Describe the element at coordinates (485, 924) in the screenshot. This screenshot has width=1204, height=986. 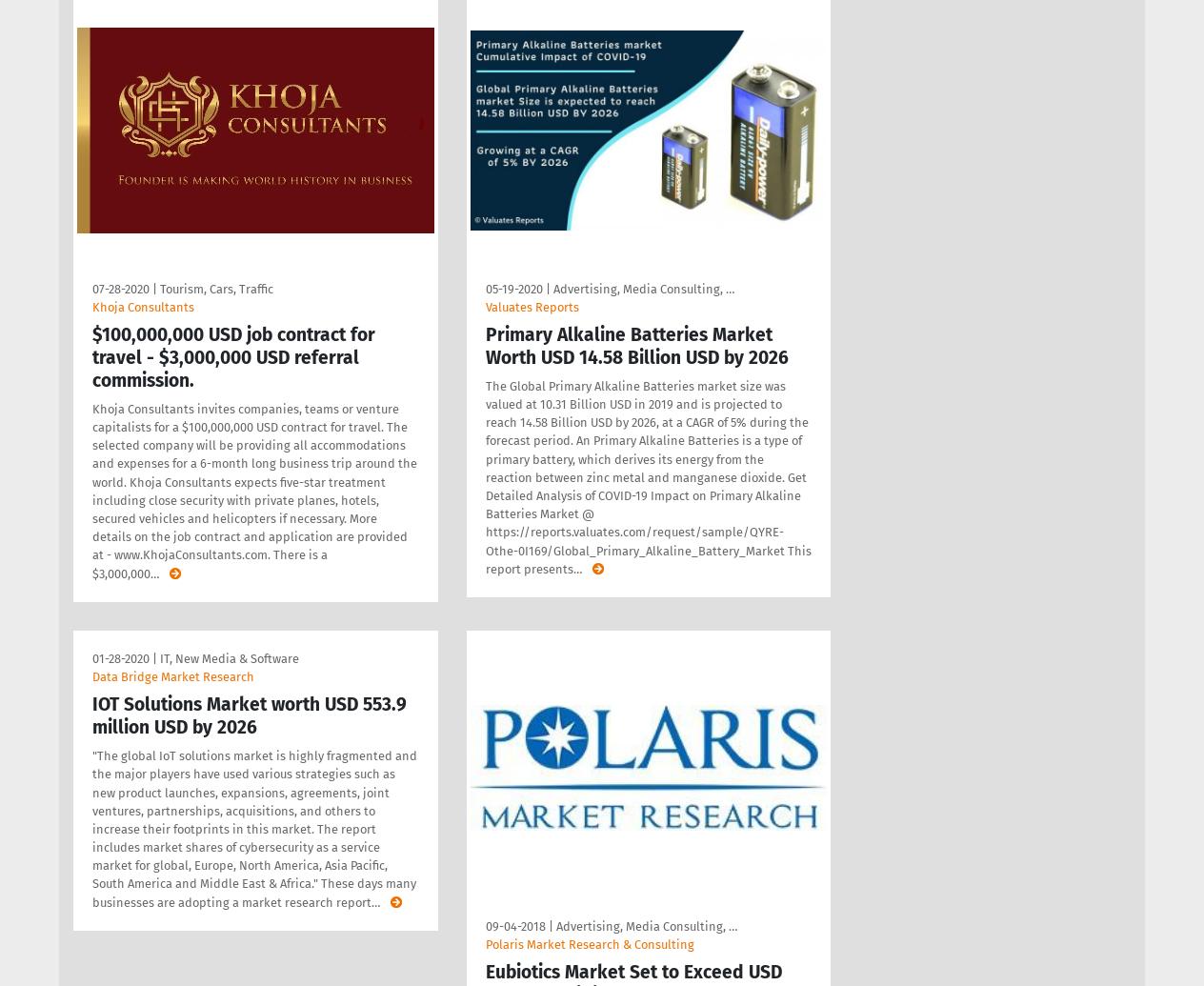
I see `'09-04-2018'` at that location.